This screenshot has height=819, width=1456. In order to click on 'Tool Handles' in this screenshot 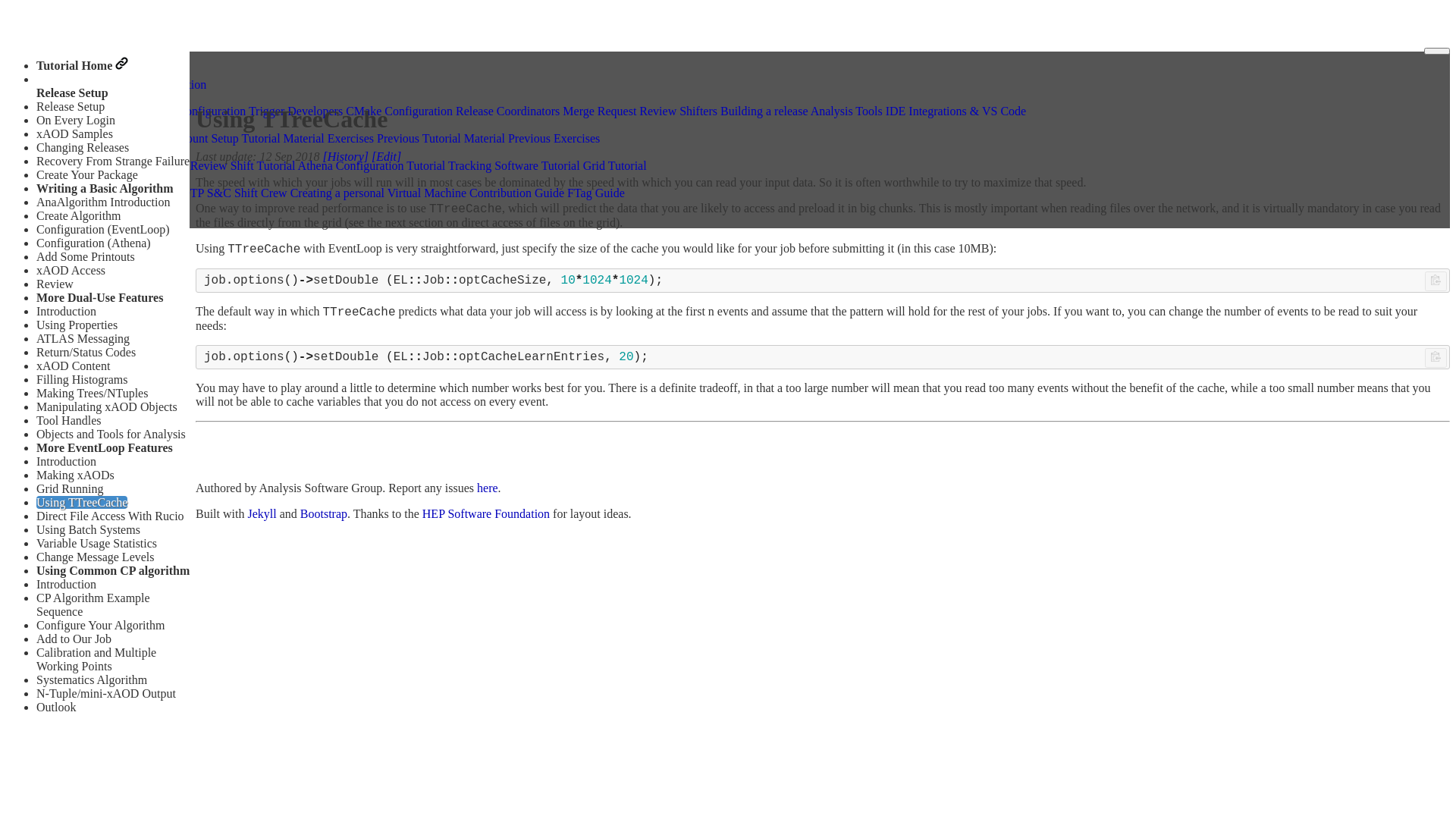, I will do `click(68, 420)`.